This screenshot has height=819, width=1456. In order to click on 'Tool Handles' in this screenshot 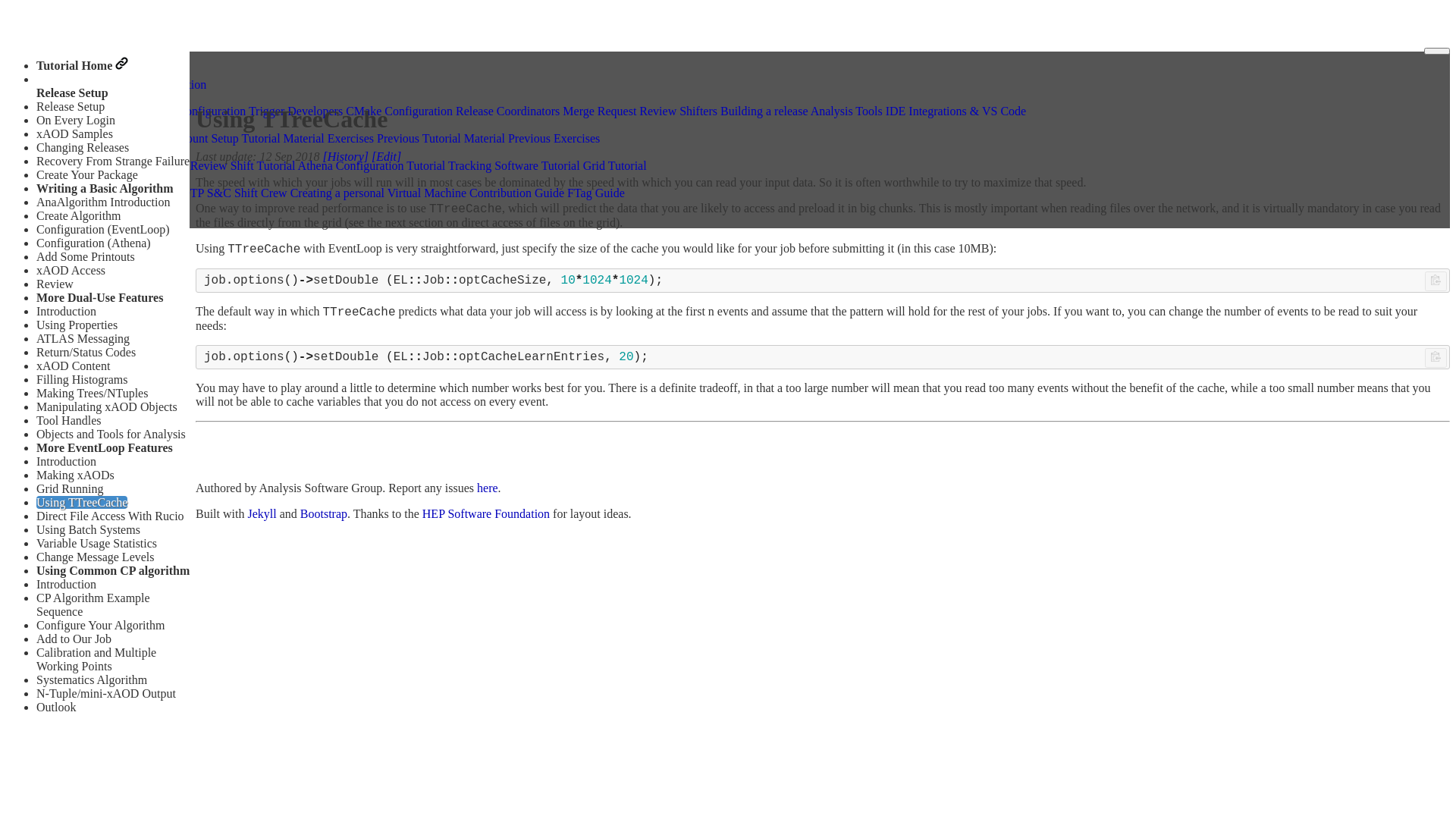, I will do `click(68, 420)`.